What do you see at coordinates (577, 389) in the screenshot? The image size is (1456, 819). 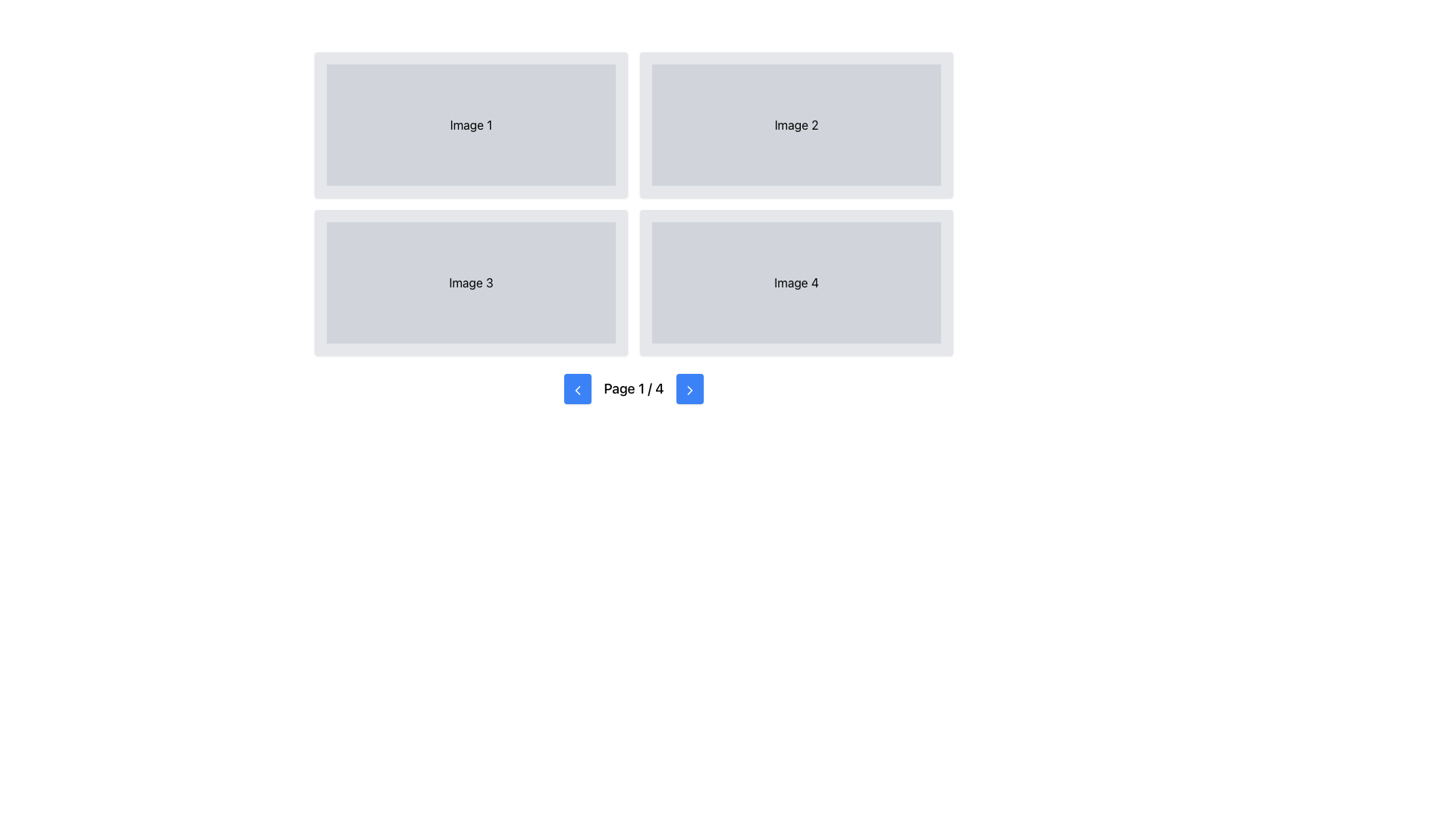 I see `the Chevron Icon button located to the left of the text 'Page 1 / 4'` at bounding box center [577, 389].